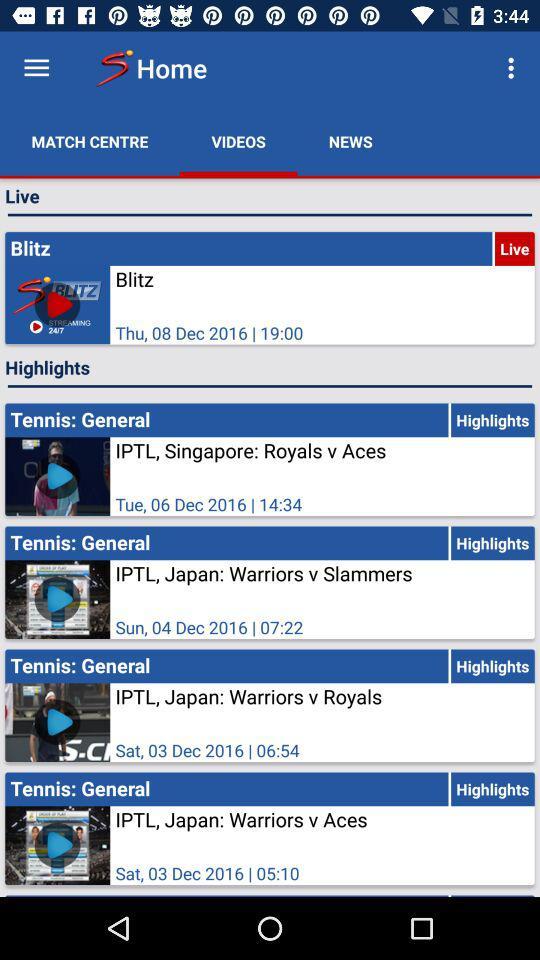 This screenshot has height=960, width=540. I want to click on icon above live, so click(349, 140).